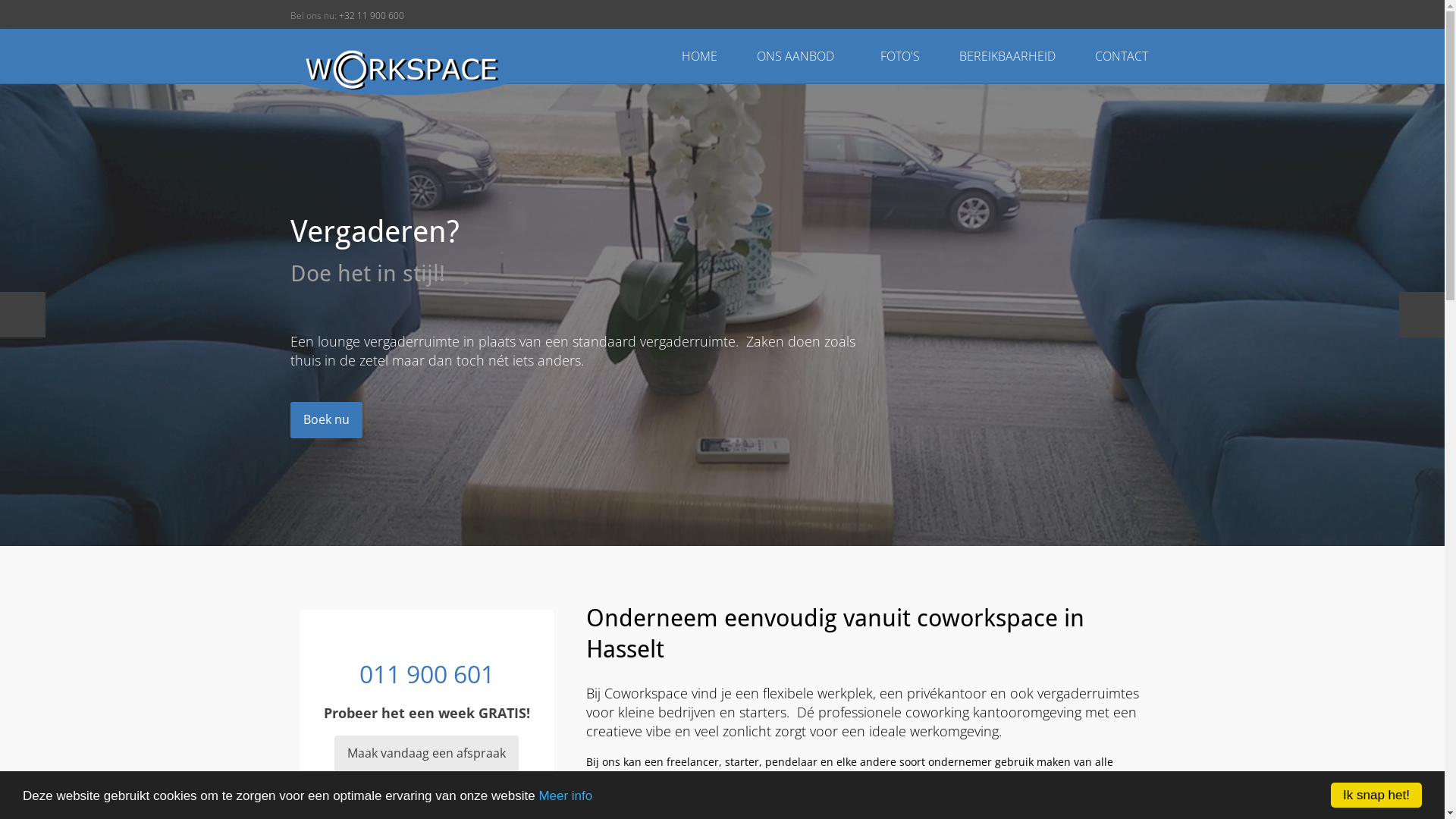 Image resolution: width=1456 pixels, height=819 pixels. Describe the element at coordinates (1376, 794) in the screenshot. I see `'Ik snap het!'` at that location.